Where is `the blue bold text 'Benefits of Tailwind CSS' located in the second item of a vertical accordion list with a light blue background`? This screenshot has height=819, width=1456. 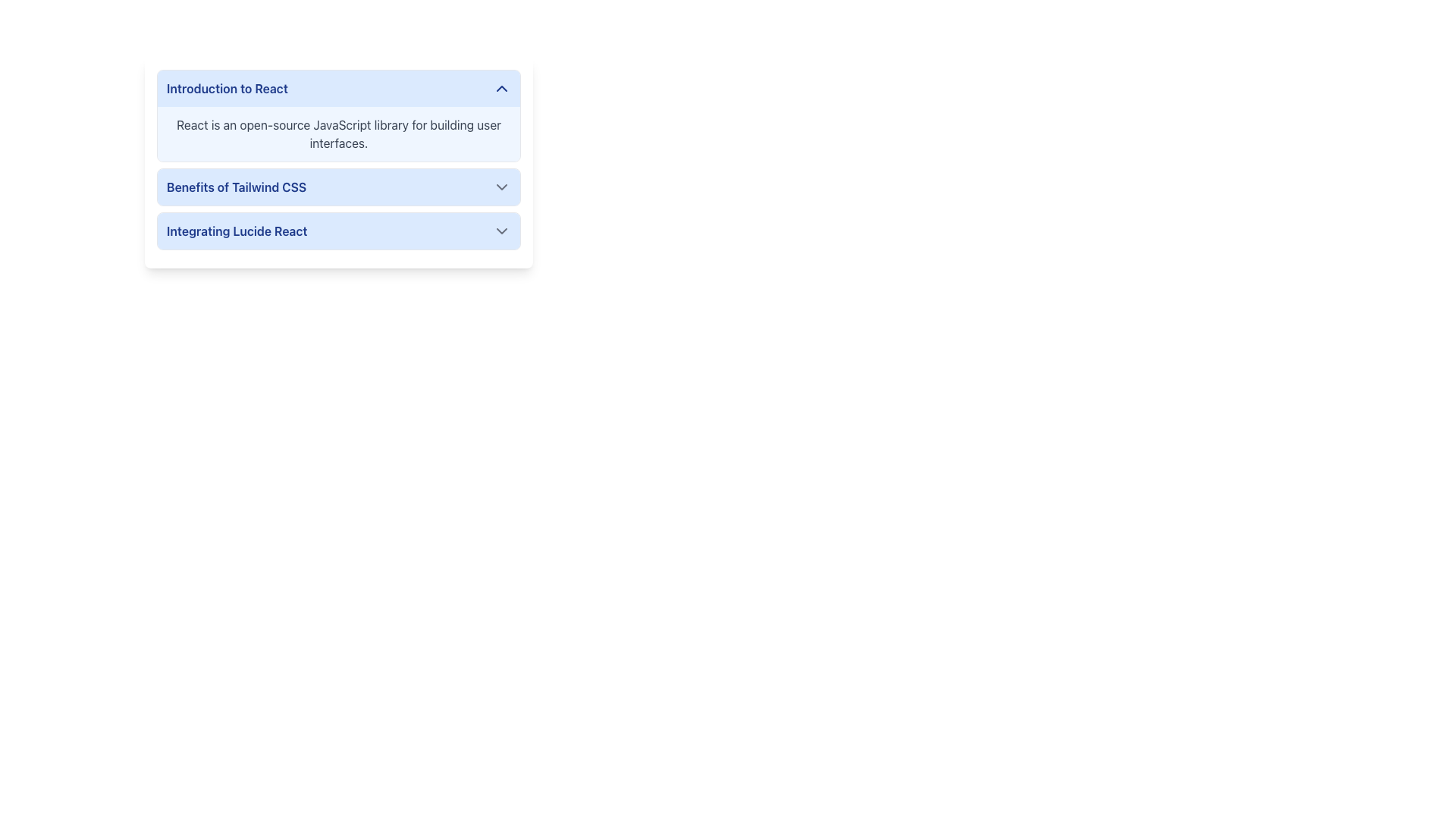 the blue bold text 'Benefits of Tailwind CSS' located in the second item of a vertical accordion list with a light blue background is located at coordinates (236, 186).